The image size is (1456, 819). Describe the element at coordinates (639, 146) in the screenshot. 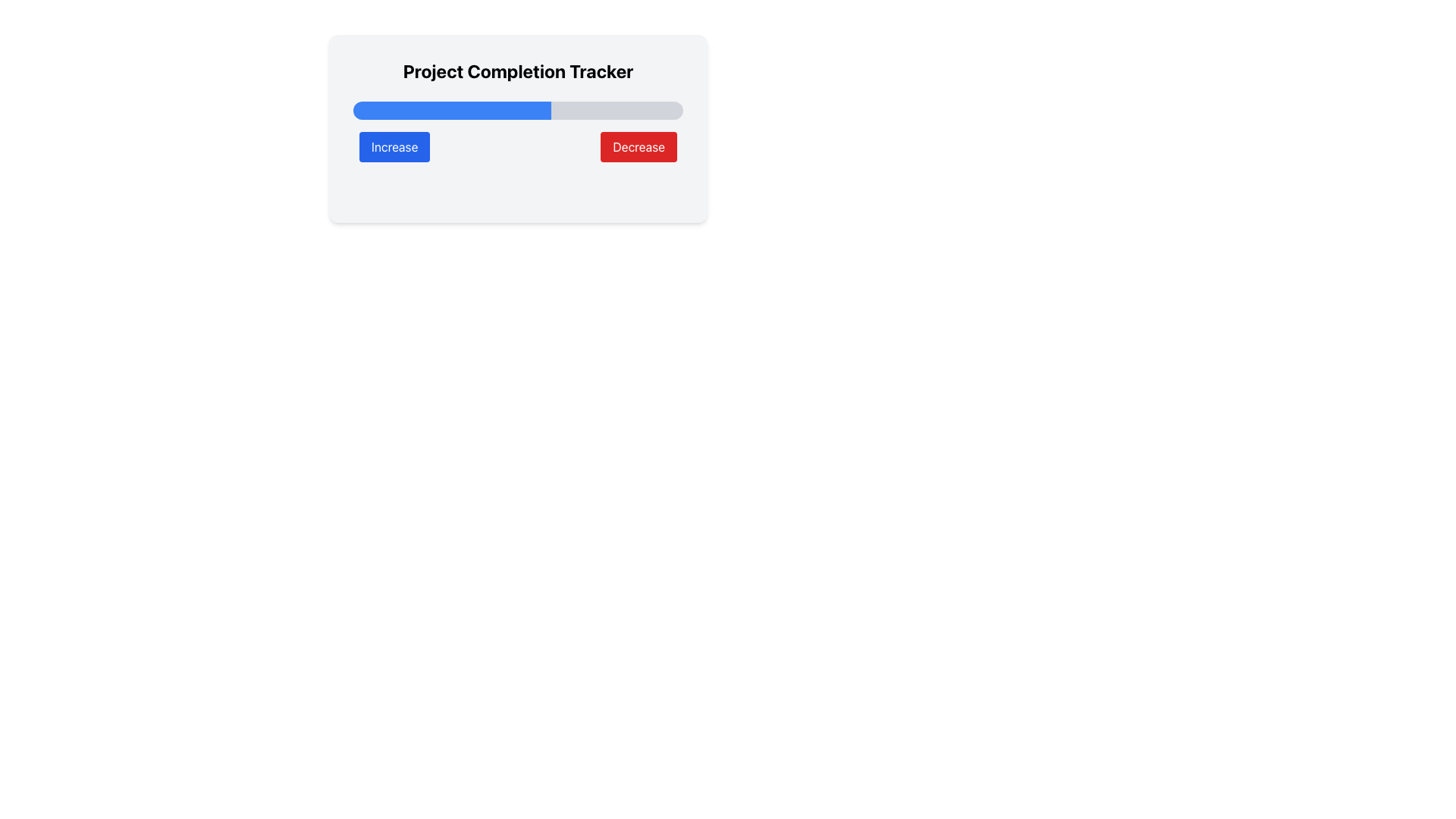

I see `the 'Decrease' button with a red background and white text located to the right of the 'Increase' button` at that location.